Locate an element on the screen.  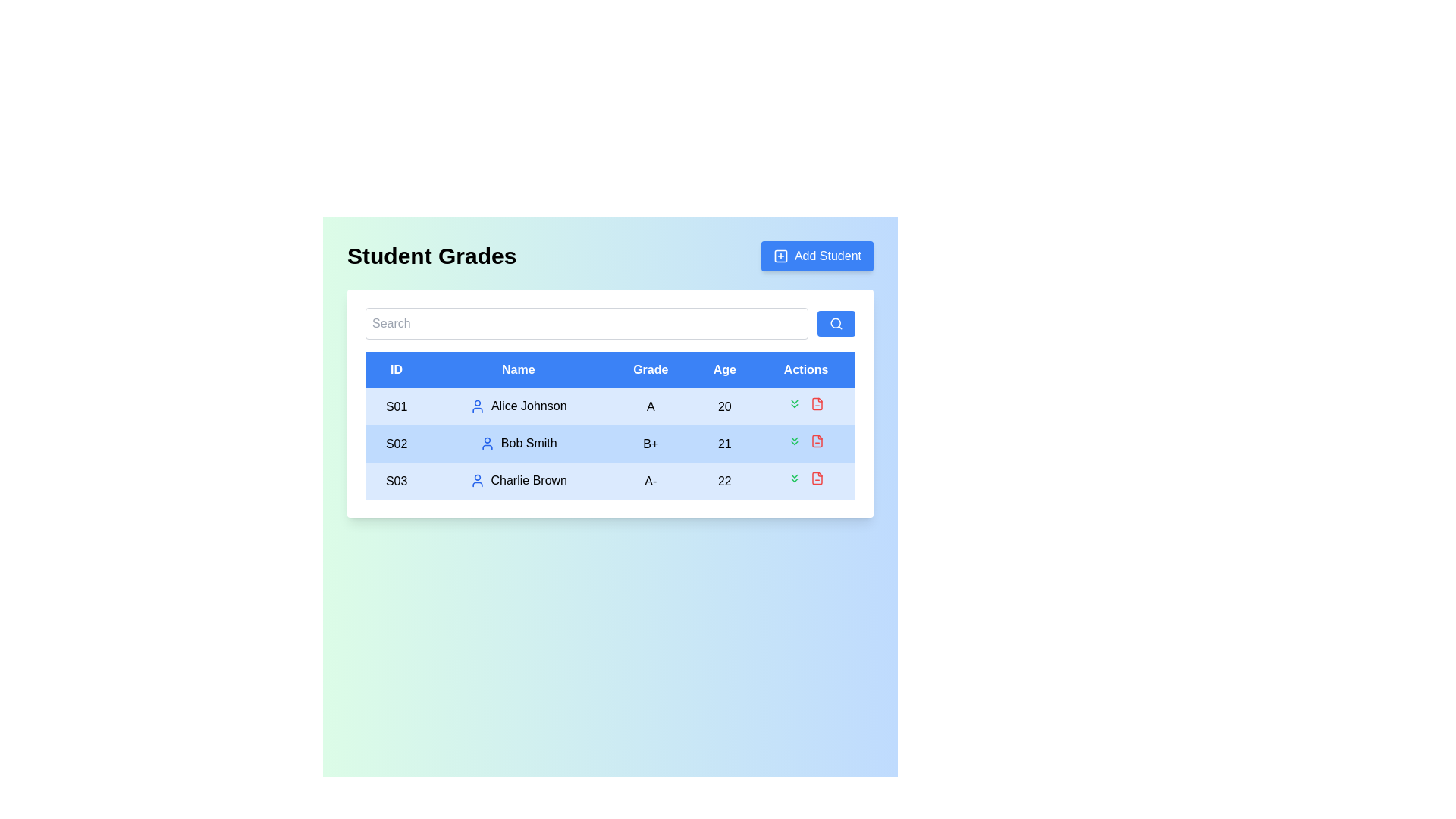
the table cell containing the student ID 'S03', which is is located at coordinates (397, 481).